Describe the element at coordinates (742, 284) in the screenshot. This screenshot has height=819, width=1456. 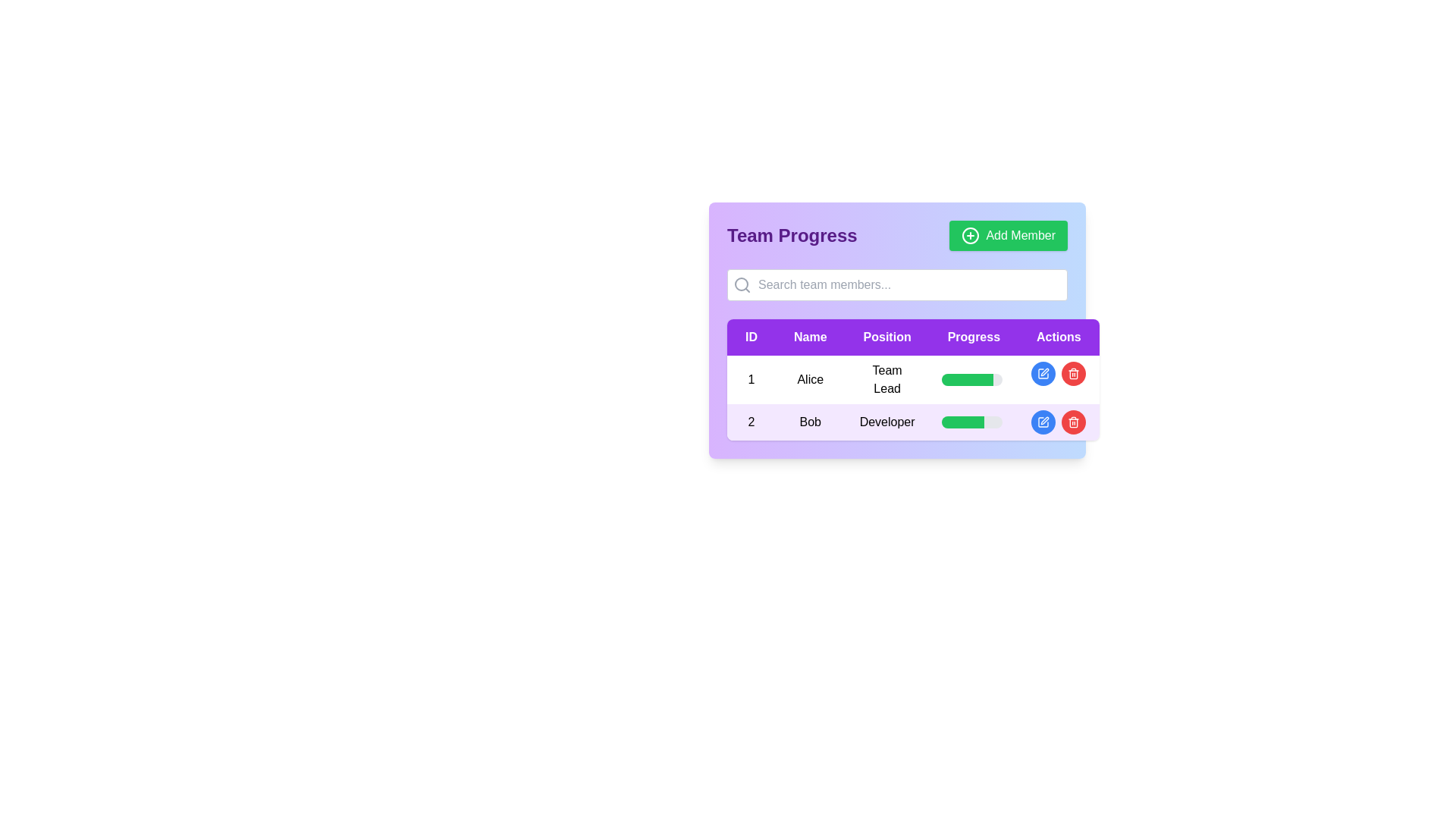
I see `the circular vector graphic resembling a magnifying glass, which is the search icon located at the start of the input field` at that location.